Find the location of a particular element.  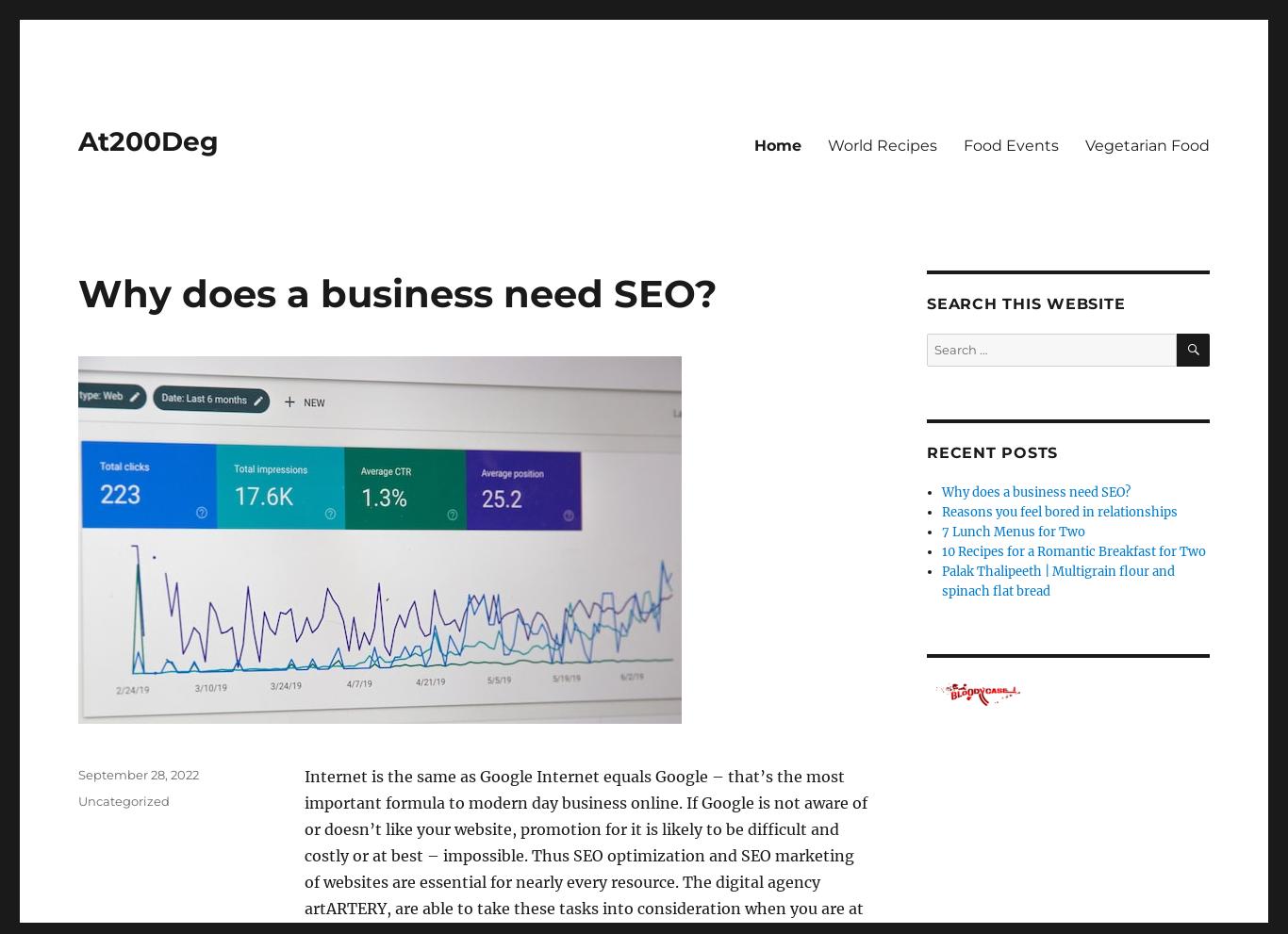

'Vegetarian Food' is located at coordinates (1147, 144).